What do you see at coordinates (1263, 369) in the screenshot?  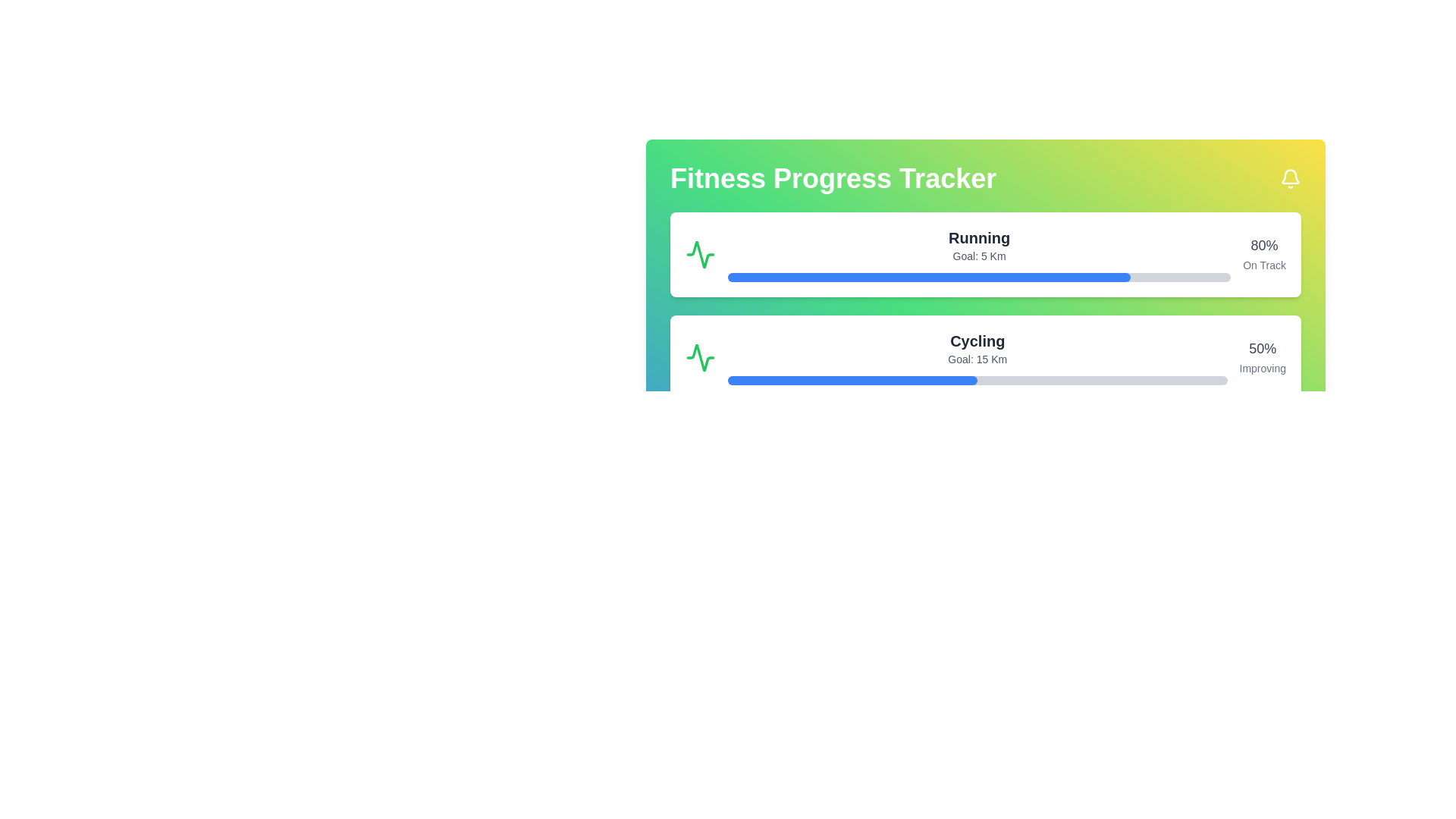 I see `the small gray text element displaying the word 'Improving' located beneath the percentage indicator in the second progress card (Cycling)` at bounding box center [1263, 369].